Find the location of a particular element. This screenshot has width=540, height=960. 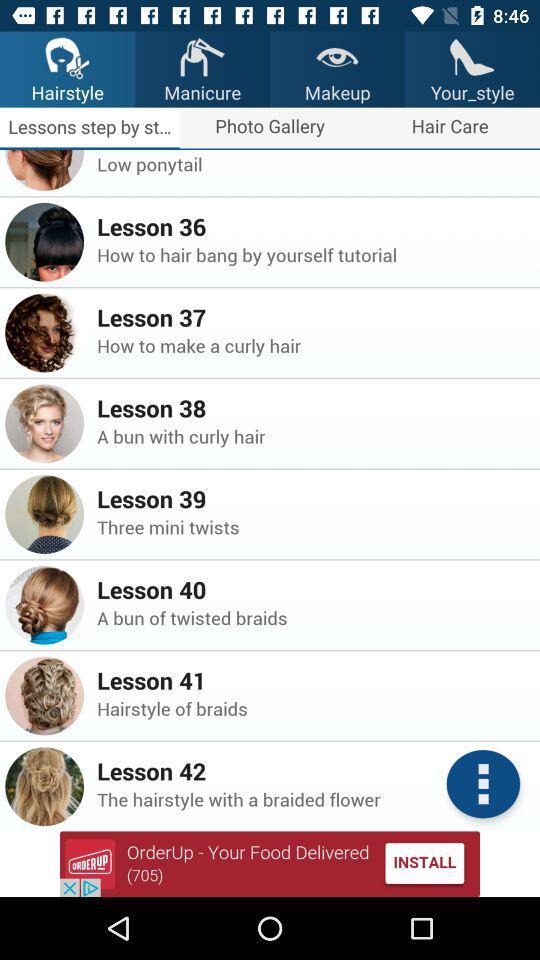

app above the three mini twists item is located at coordinates (312, 497).